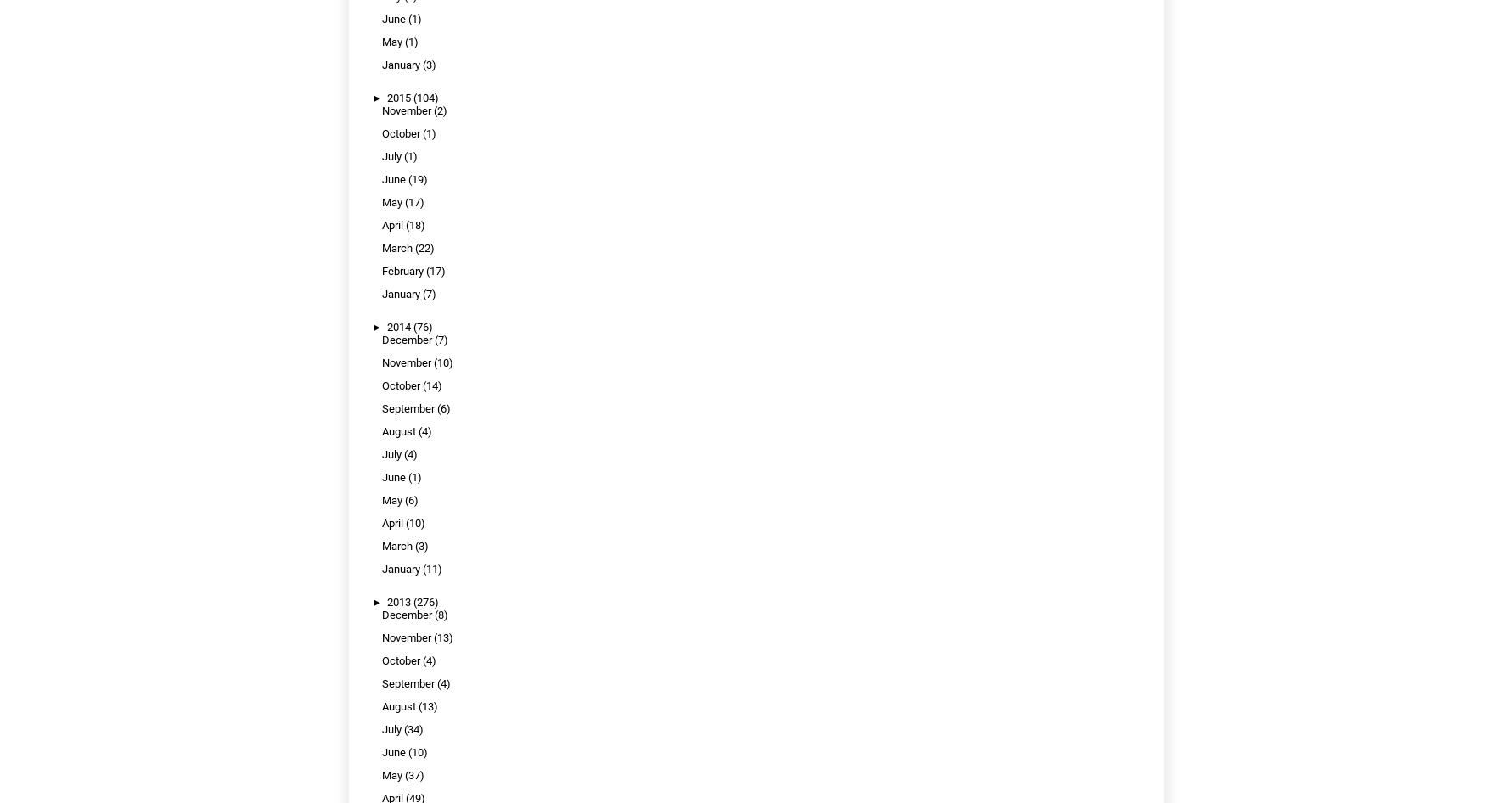 This screenshot has height=803, width=1512. I want to click on '(11)', so click(422, 569).